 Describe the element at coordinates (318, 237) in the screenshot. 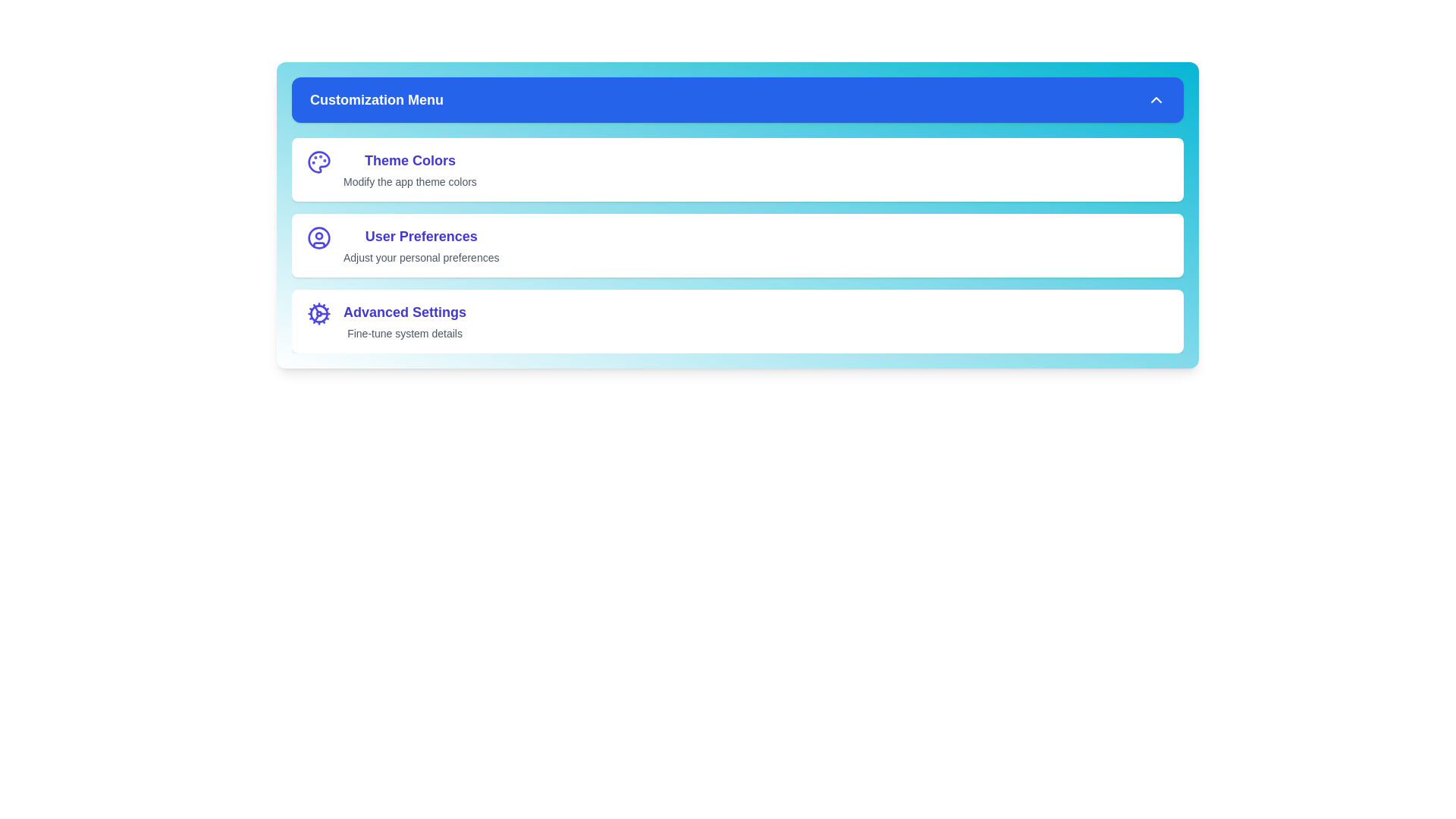

I see `the icon corresponding to User Preferences` at that location.